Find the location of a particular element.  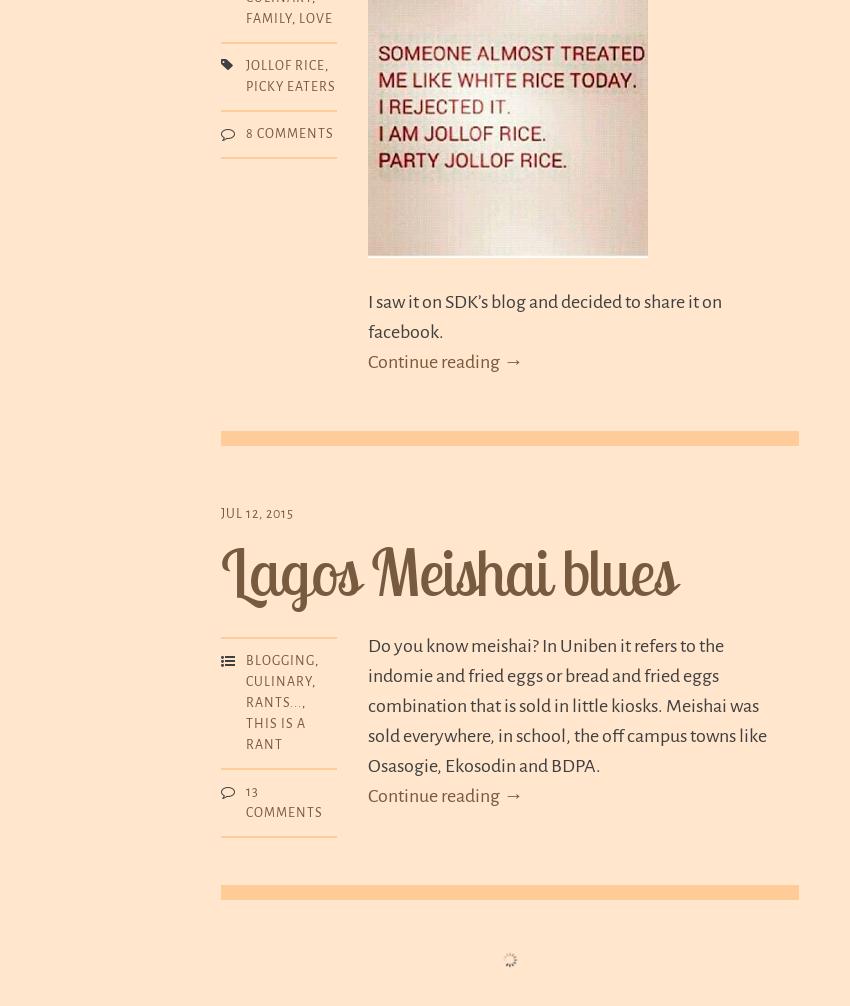

'Love' is located at coordinates (316, 19).